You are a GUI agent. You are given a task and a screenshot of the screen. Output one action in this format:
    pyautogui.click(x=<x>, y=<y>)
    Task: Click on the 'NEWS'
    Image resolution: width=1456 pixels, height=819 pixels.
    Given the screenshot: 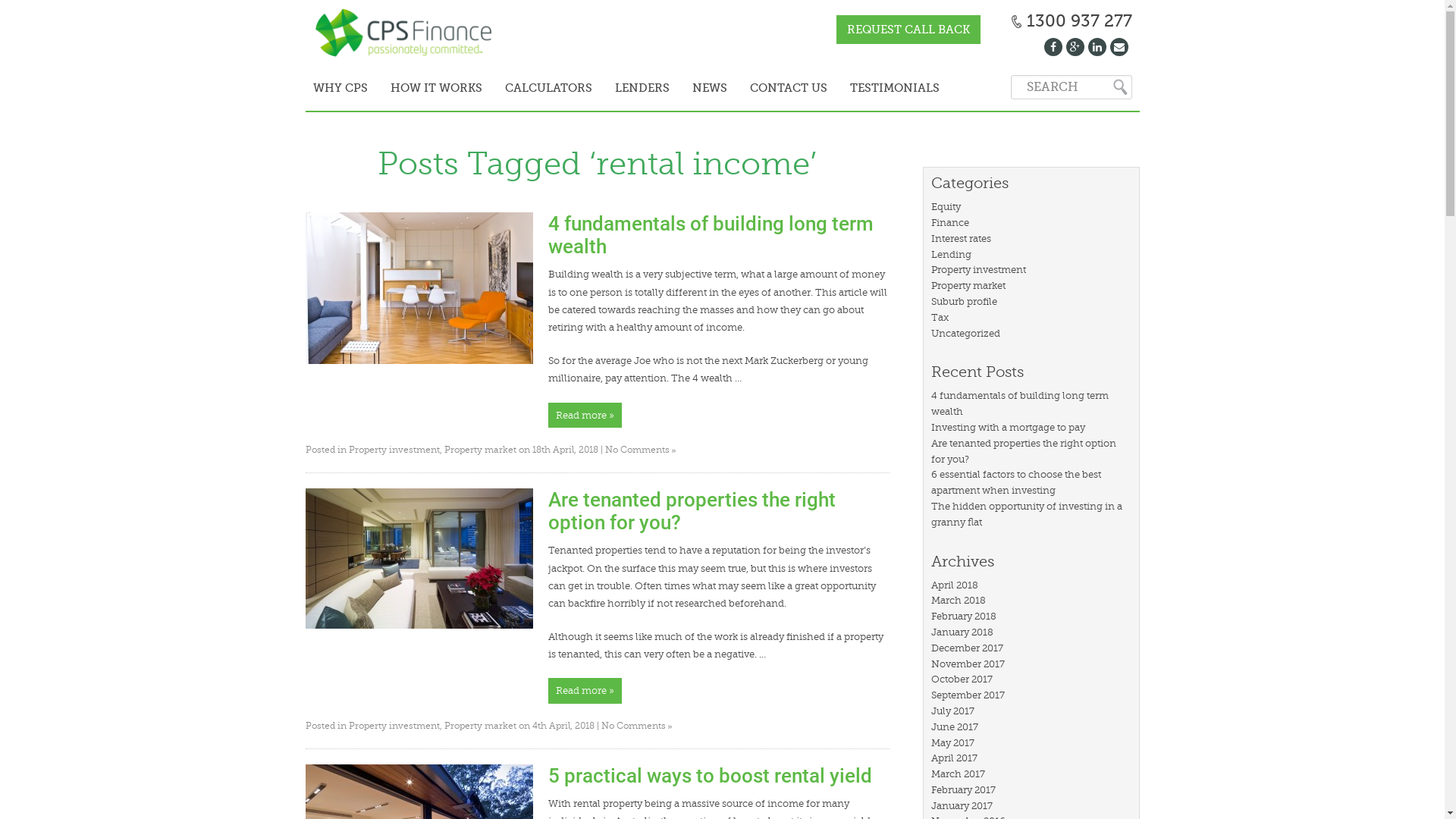 What is the action you would take?
    pyautogui.click(x=709, y=86)
    